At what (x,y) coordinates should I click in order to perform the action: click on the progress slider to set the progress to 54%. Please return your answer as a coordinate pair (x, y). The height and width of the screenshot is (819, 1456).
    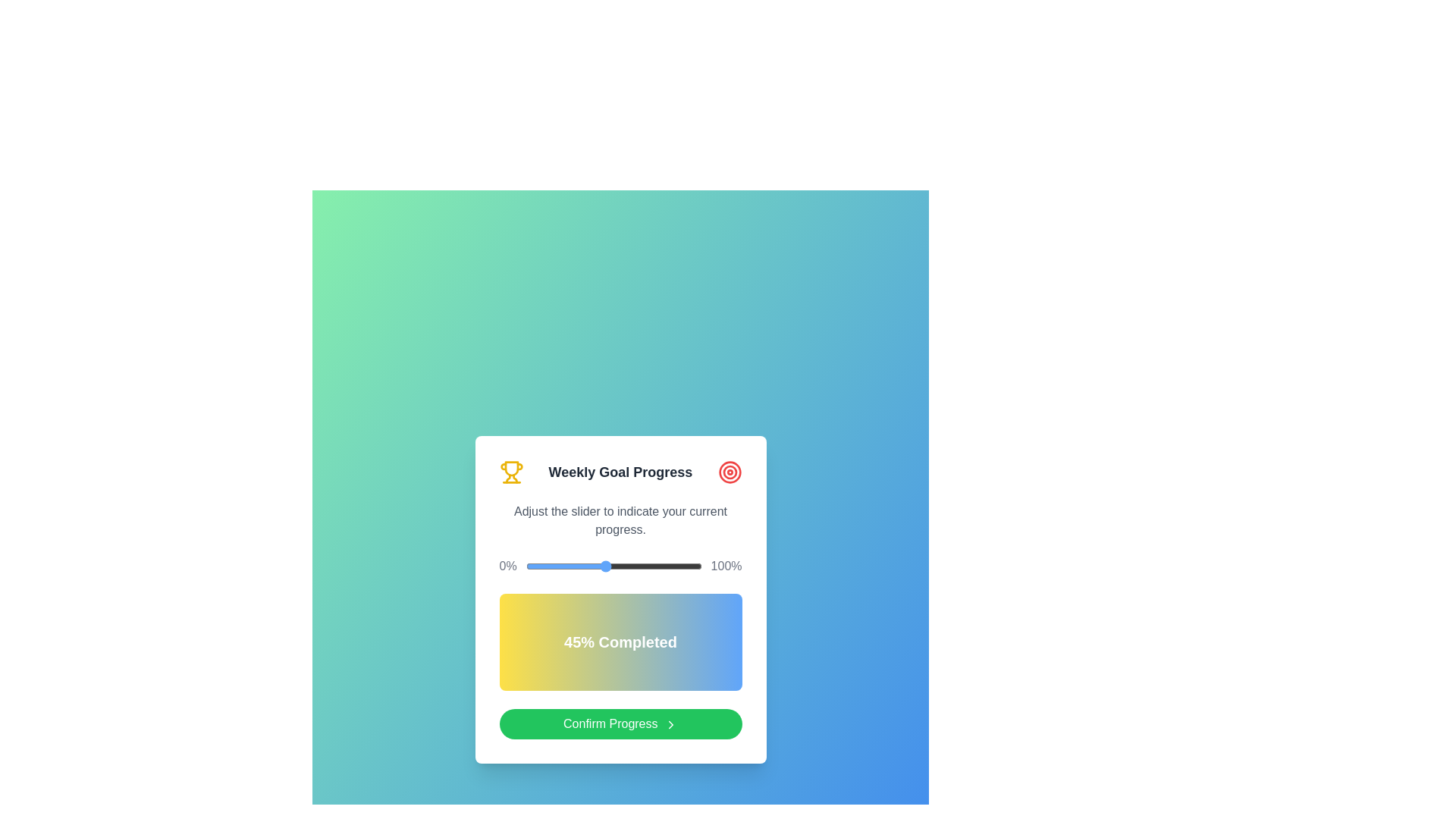
    Looking at the image, I should click on (620, 566).